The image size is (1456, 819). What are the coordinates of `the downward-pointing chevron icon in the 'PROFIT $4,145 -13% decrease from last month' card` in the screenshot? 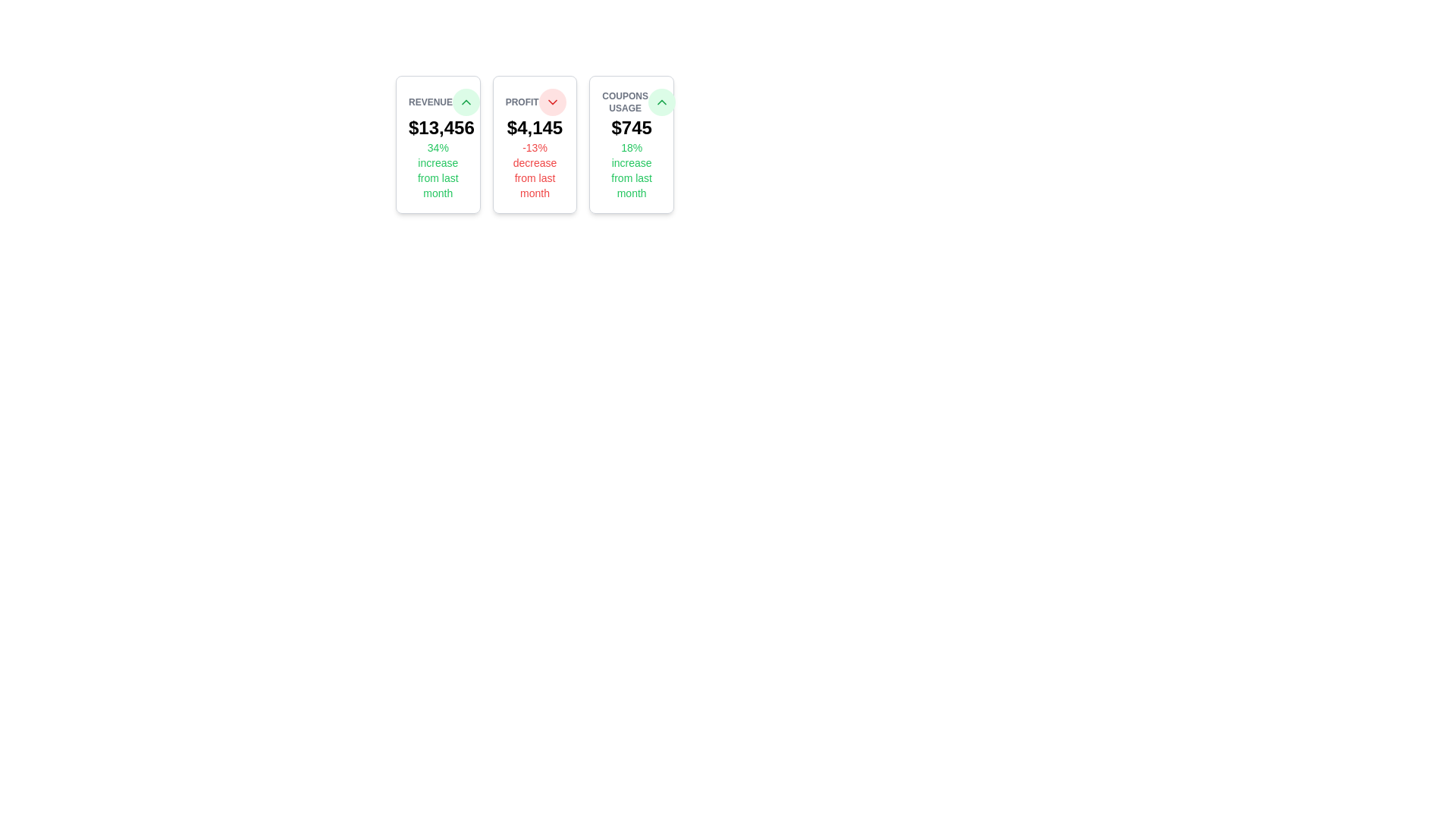 It's located at (551, 102).